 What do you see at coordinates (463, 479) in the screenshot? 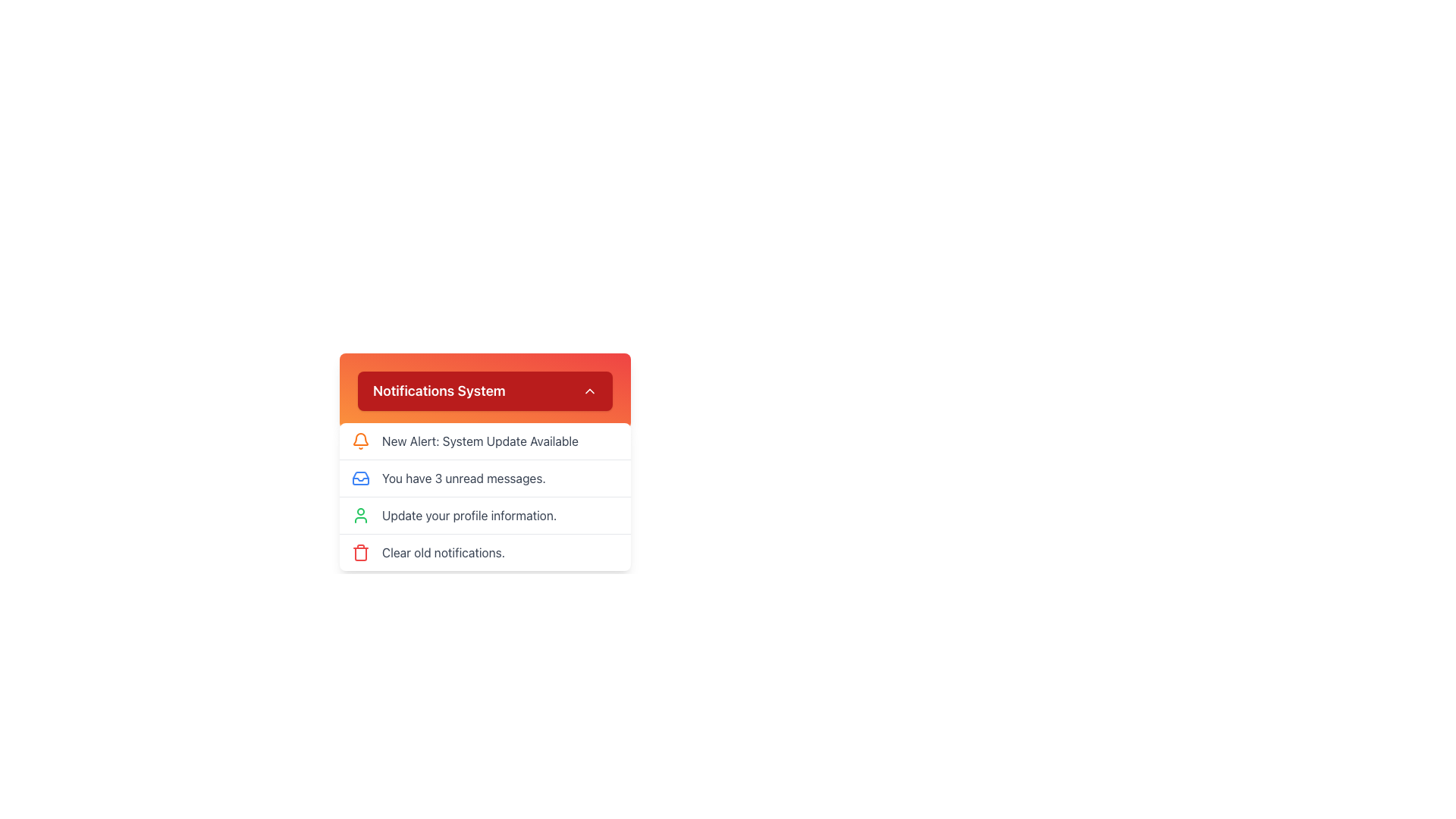
I see `text element that displays 'You have 3 unread messages.' which is styled in dark gray and positioned to the right of the message box icon in the Notifications System` at bounding box center [463, 479].